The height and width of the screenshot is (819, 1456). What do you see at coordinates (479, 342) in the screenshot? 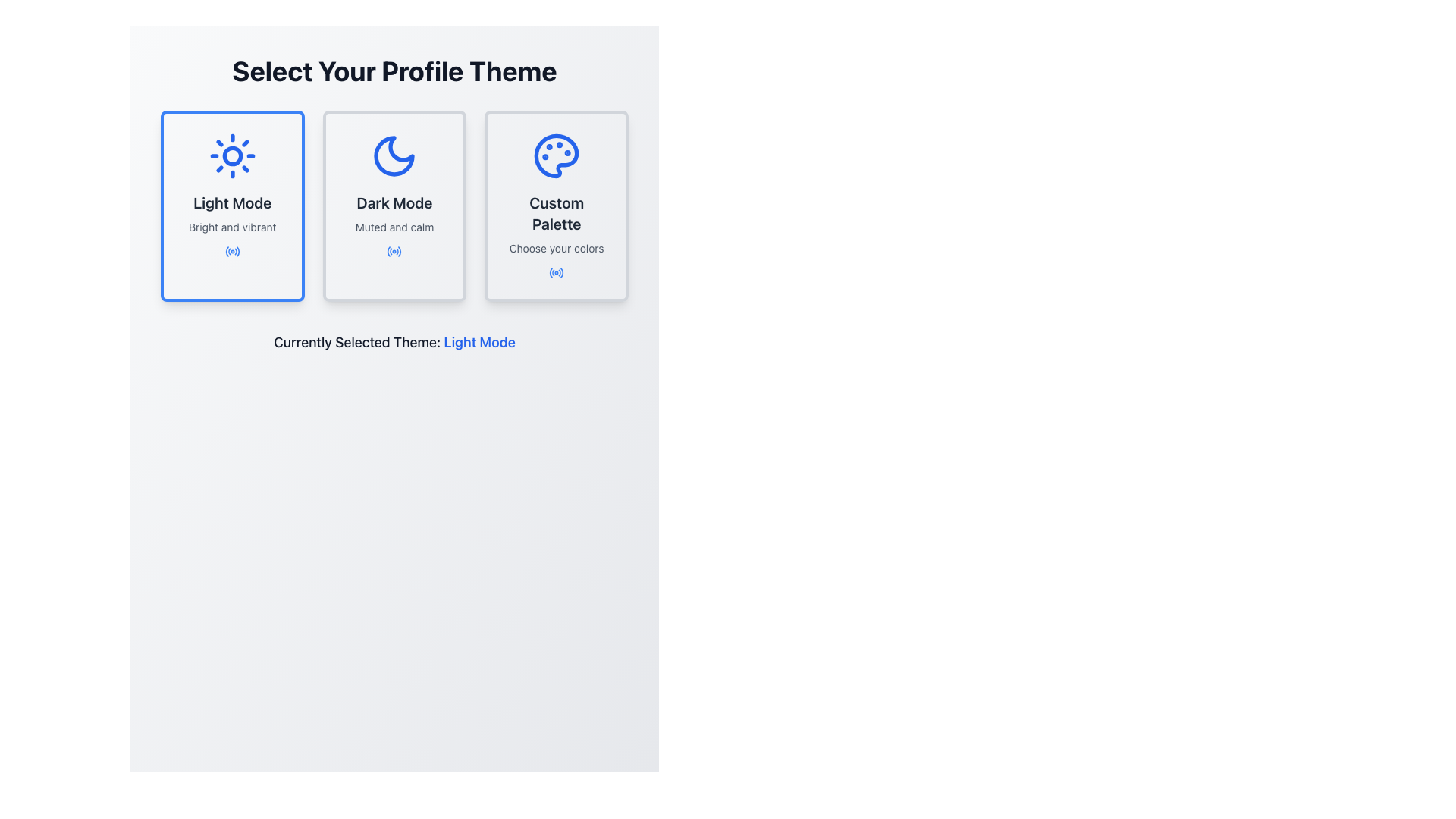
I see `content displayed in the text indicating the currently selected theme, which is presented in blue font below the theme selection cards` at bounding box center [479, 342].